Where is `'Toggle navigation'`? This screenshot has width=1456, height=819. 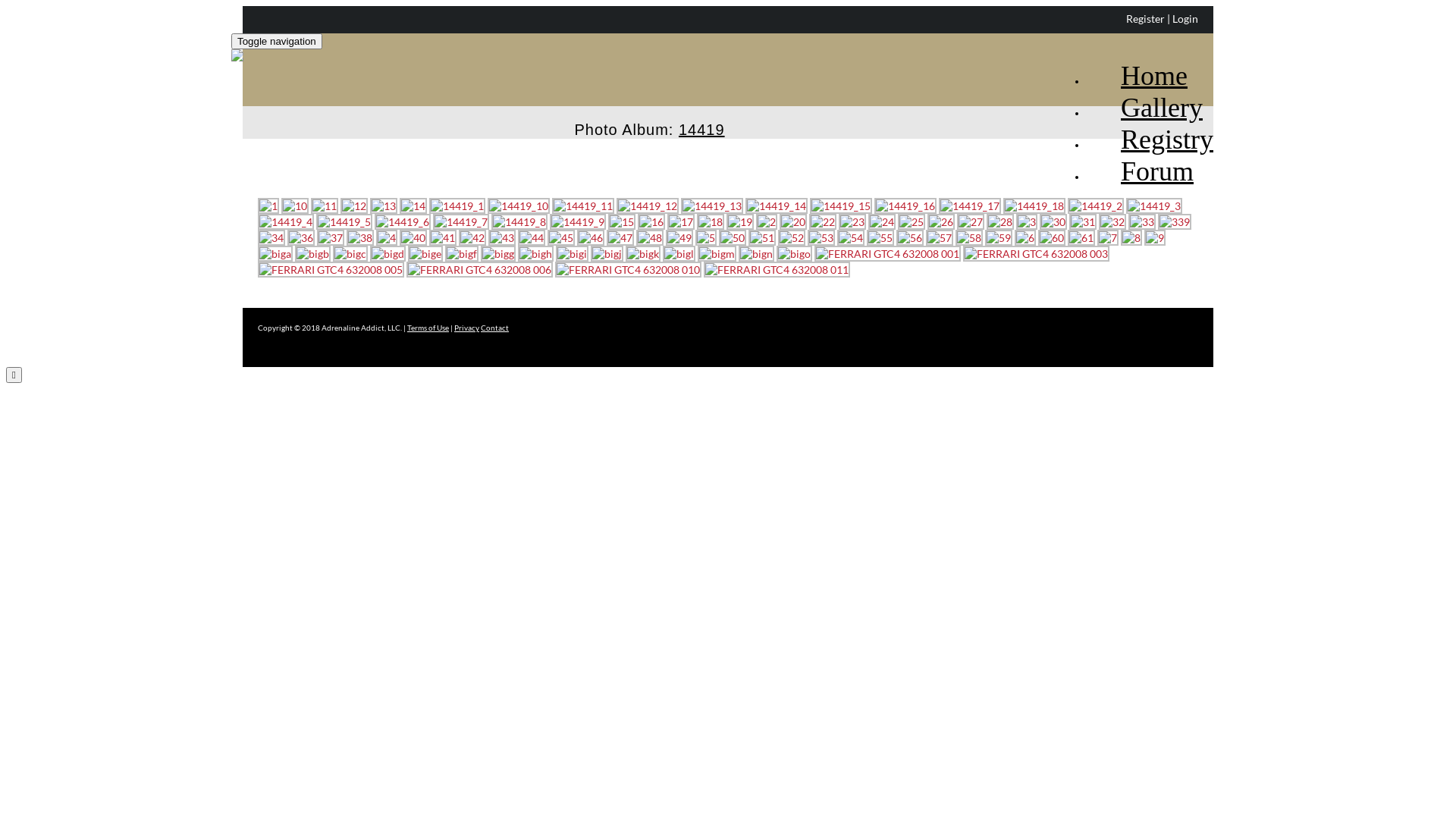 'Toggle navigation' is located at coordinates (276, 40).